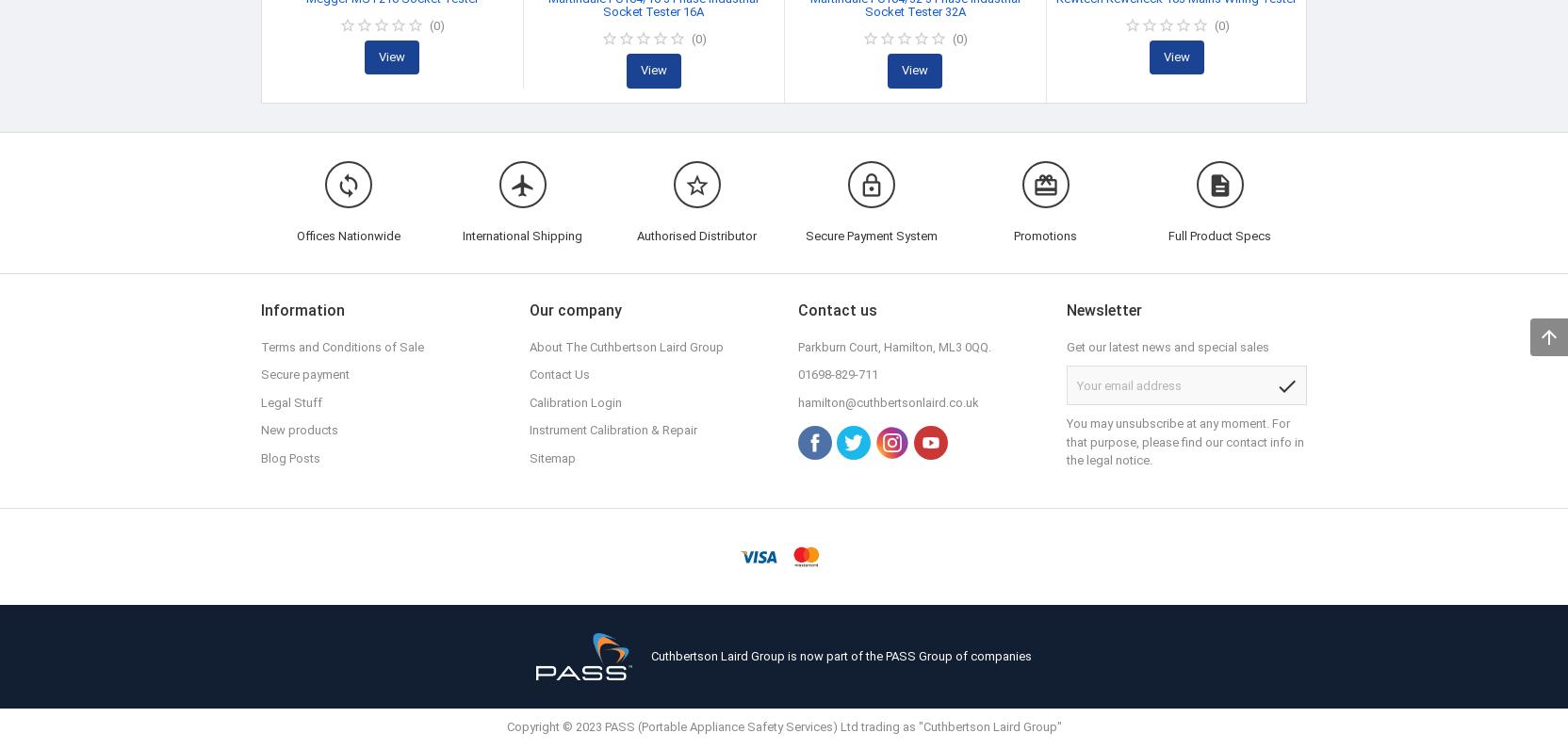 The image size is (1568, 750). I want to click on 'New products', so click(298, 430).